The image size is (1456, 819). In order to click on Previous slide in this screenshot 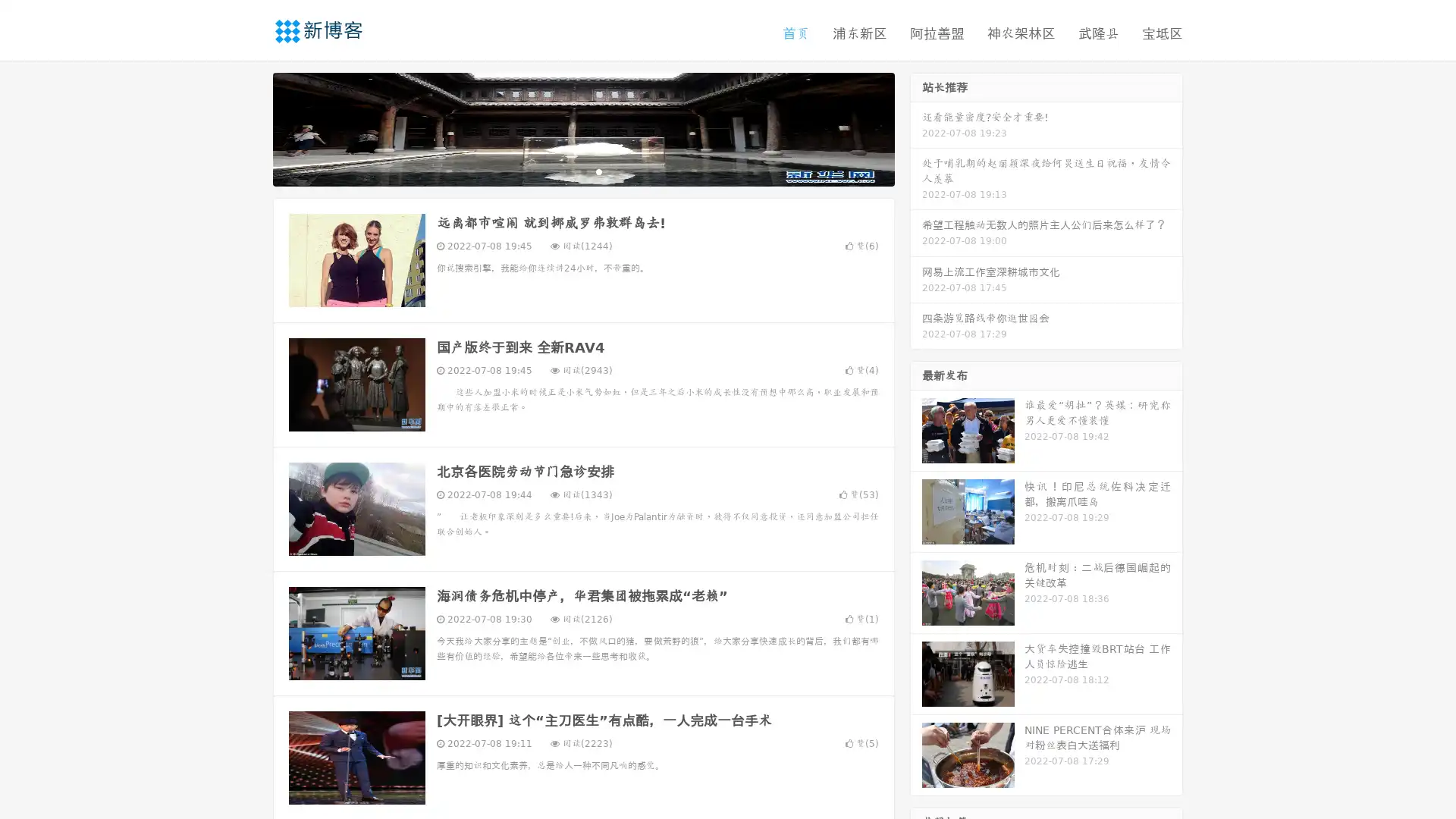, I will do `click(250, 127)`.